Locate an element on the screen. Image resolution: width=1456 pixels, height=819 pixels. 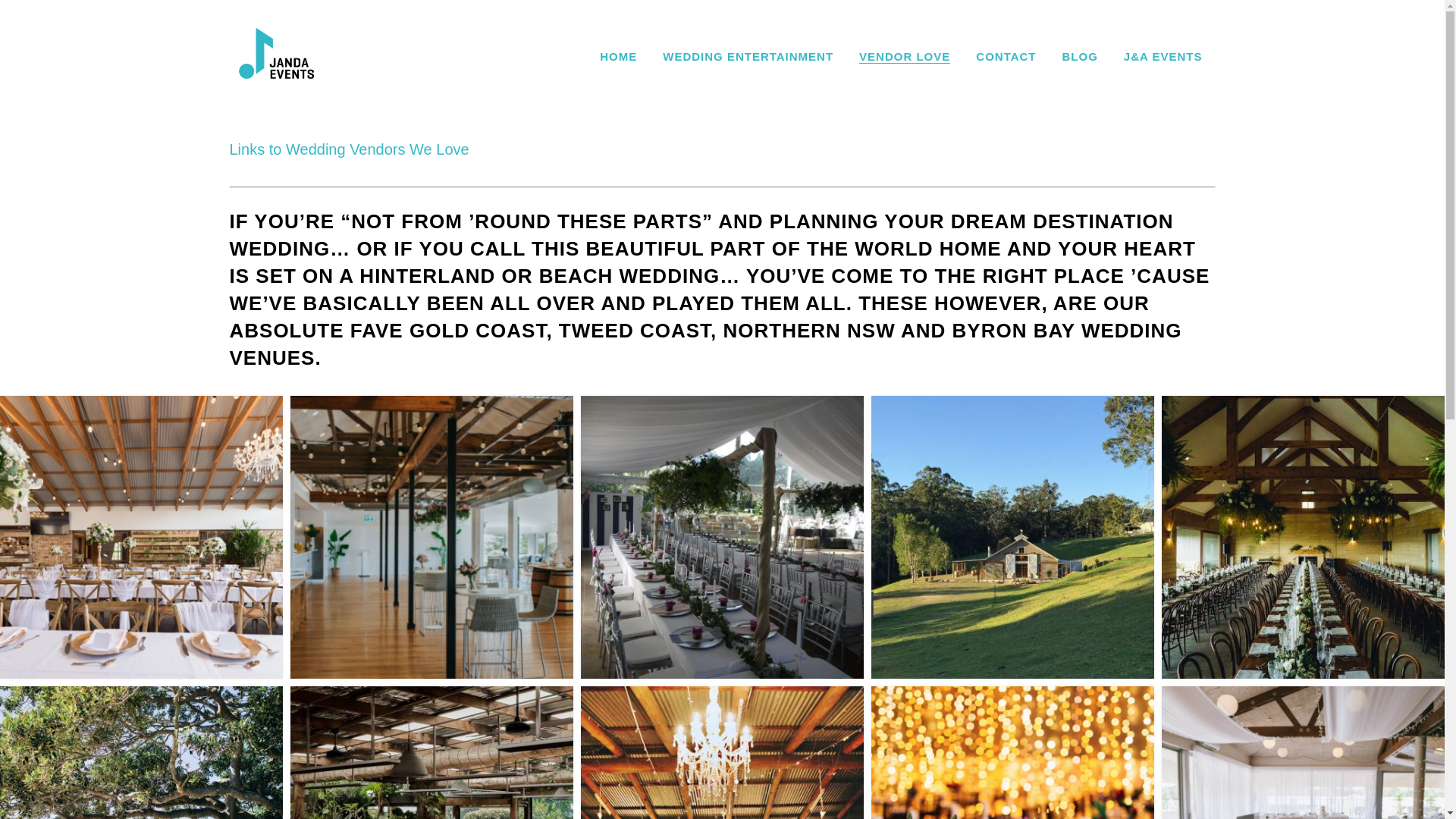
'Babalou' is located at coordinates (431, 536).